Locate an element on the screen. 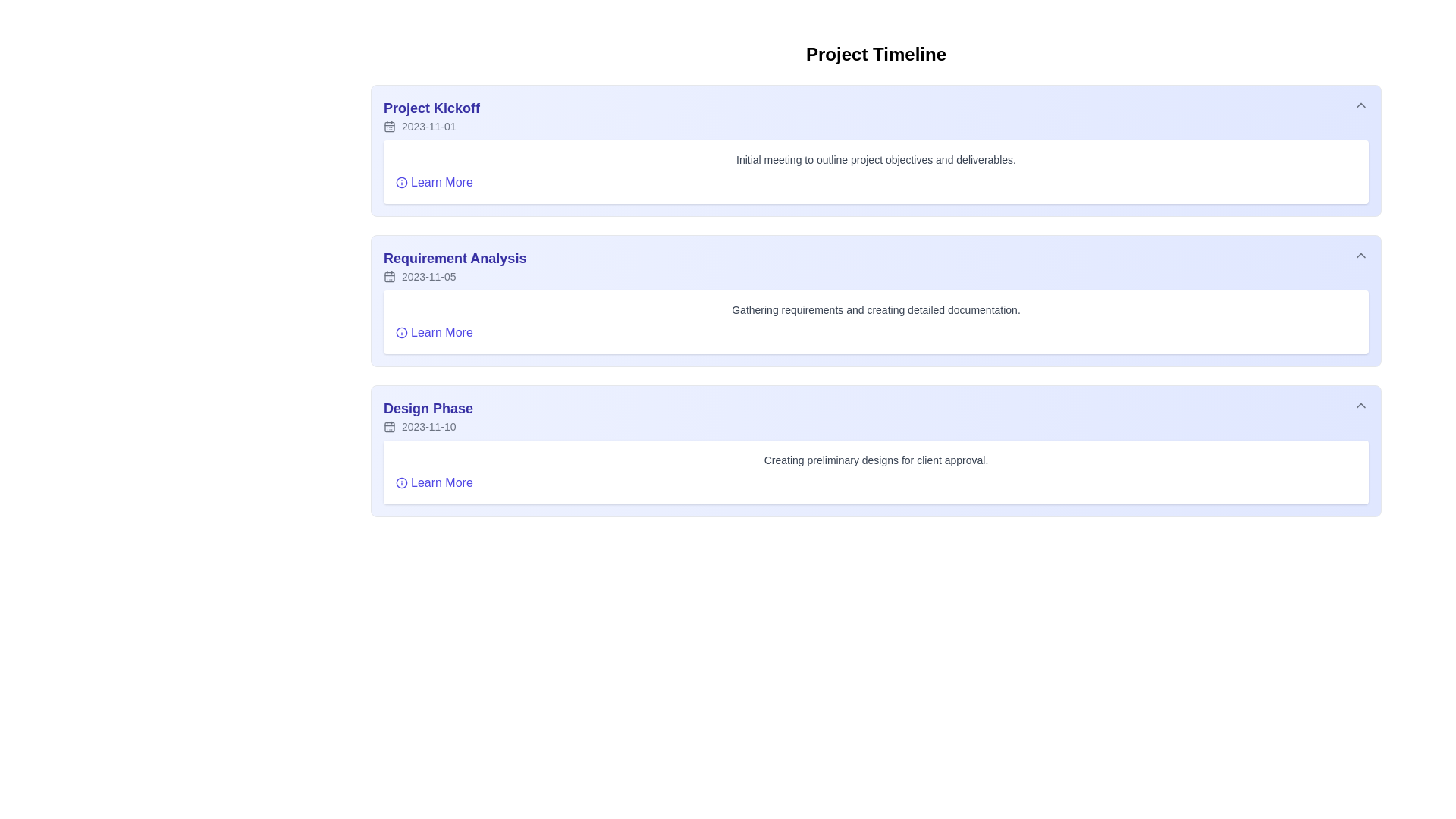  the date icon associated with the 'Project Kickoff' event, located to the left of the date text '2023-11-01' and below the title 'Project Kickoff' is located at coordinates (389, 125).